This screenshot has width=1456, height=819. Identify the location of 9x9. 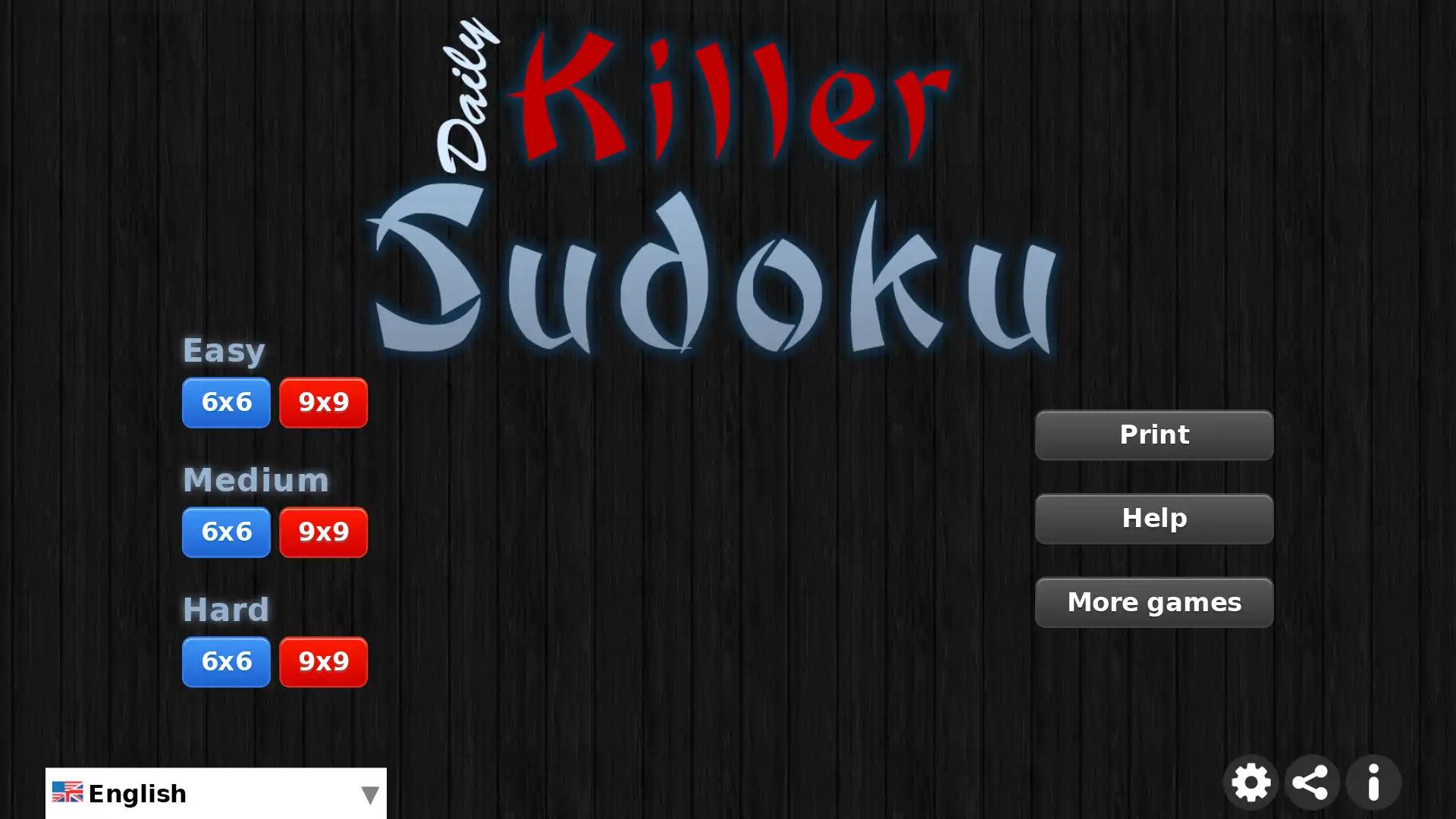
(322, 661).